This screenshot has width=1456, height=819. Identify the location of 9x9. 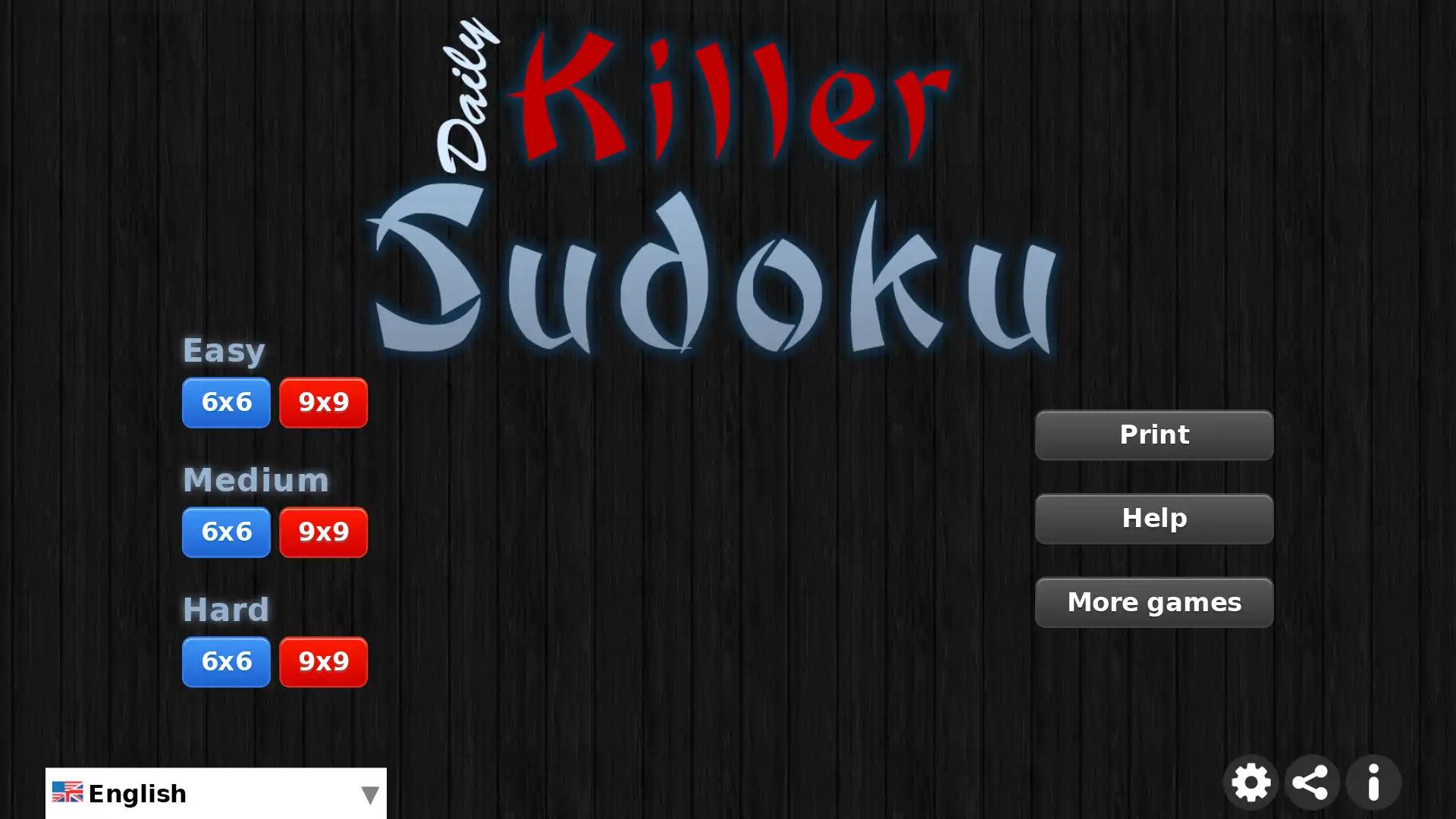
(322, 661).